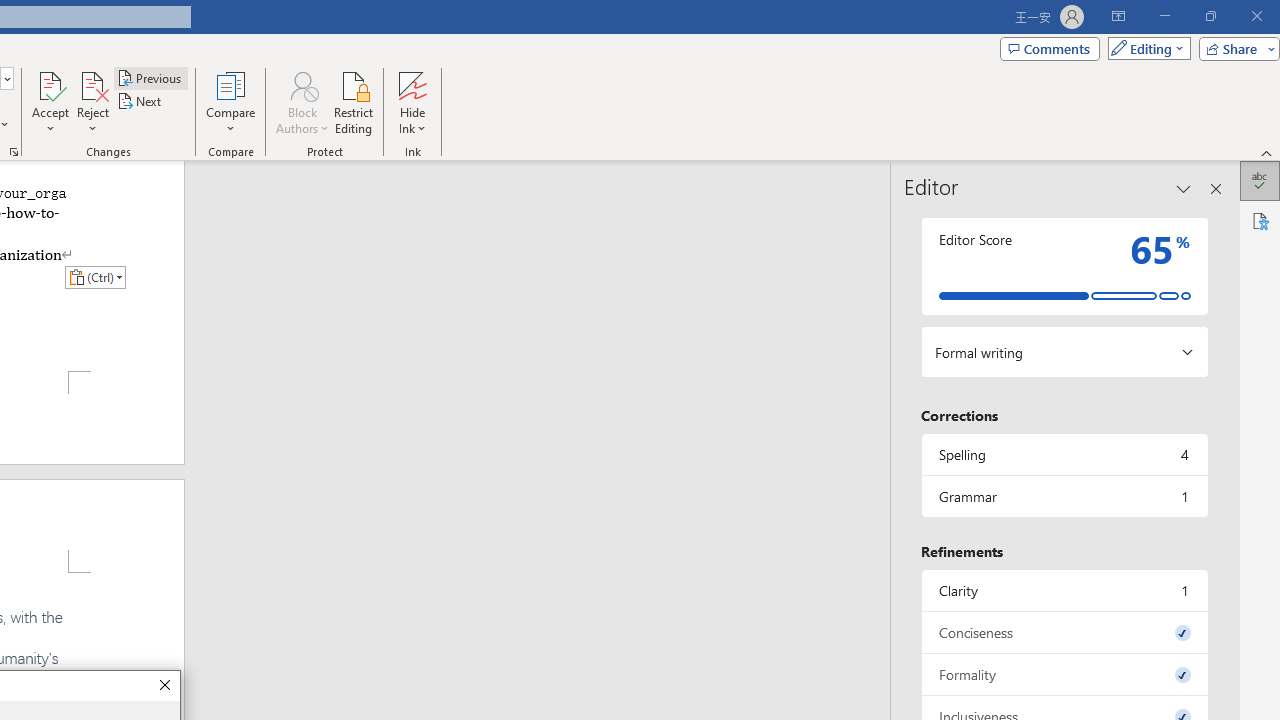 This screenshot has width=1280, height=720. I want to click on 'Grammar, 1 issue. Press space or enter to review items.', so click(1063, 495).